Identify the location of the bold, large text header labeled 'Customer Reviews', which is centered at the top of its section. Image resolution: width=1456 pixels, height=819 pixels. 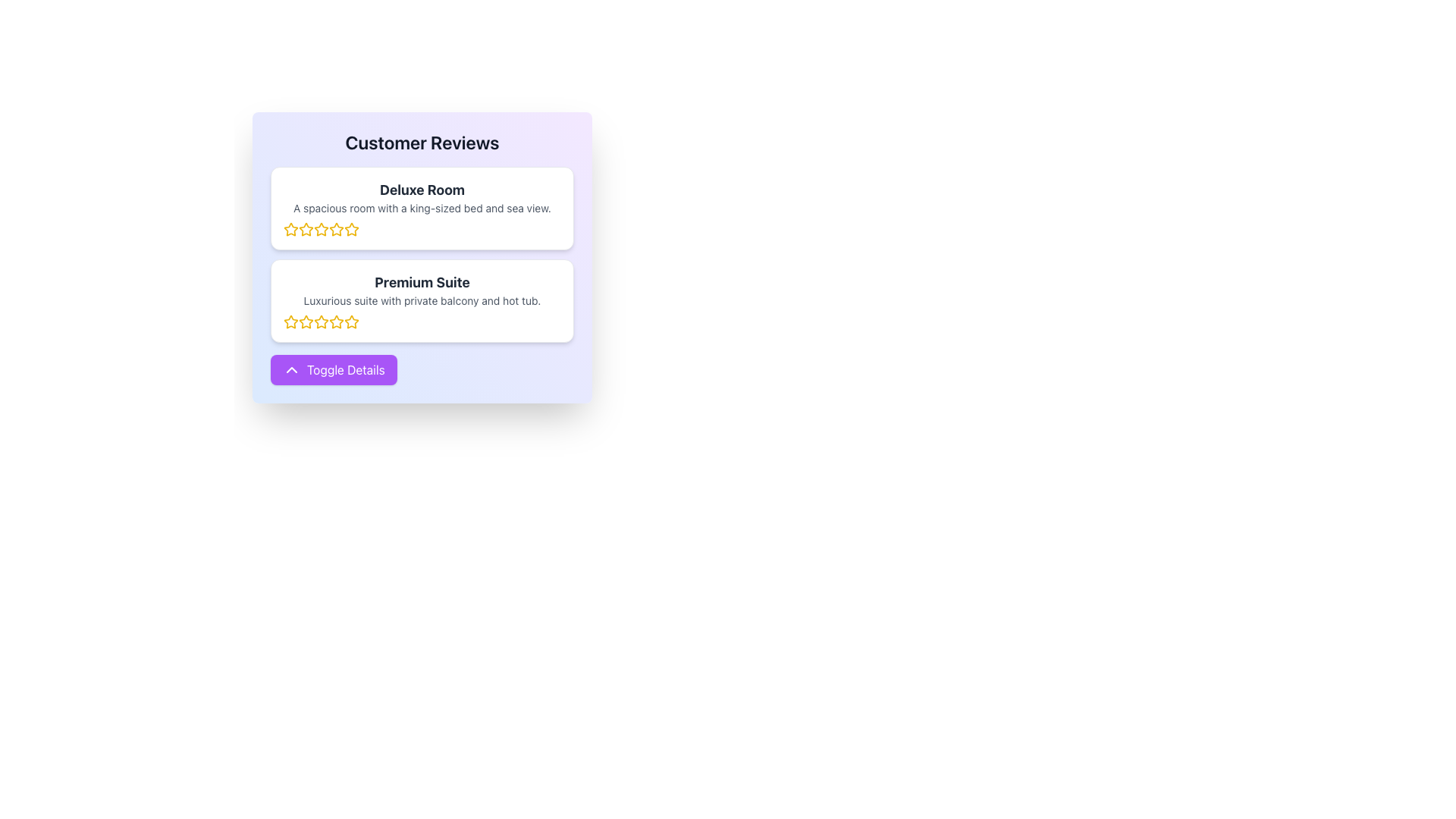
(422, 143).